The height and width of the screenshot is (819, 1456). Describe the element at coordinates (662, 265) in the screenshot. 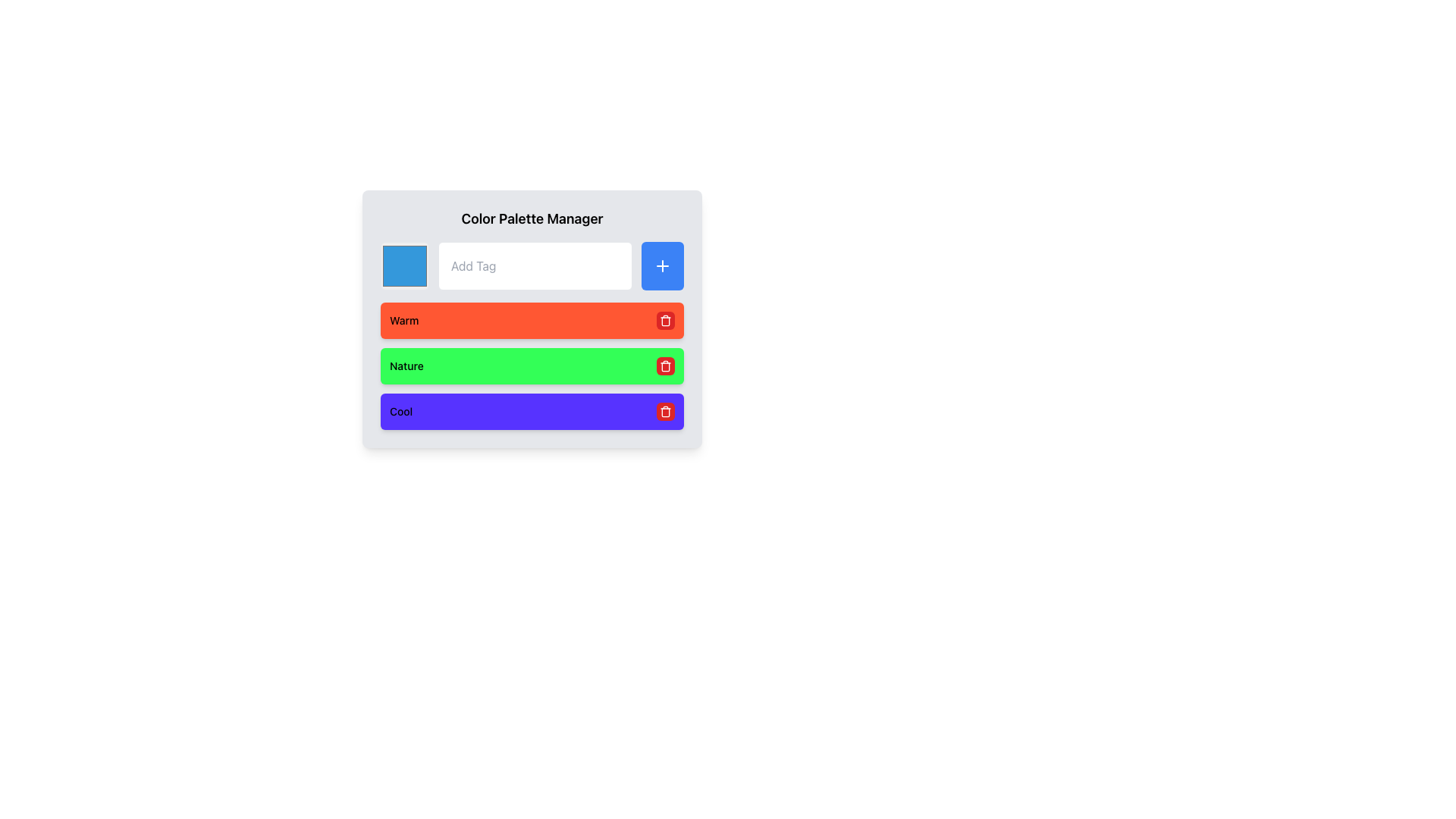

I see `the small blue button with a white plus symbol located on the right side of the input field labeled 'Add Tag' in the 'Color Palette Manager' interface` at that location.